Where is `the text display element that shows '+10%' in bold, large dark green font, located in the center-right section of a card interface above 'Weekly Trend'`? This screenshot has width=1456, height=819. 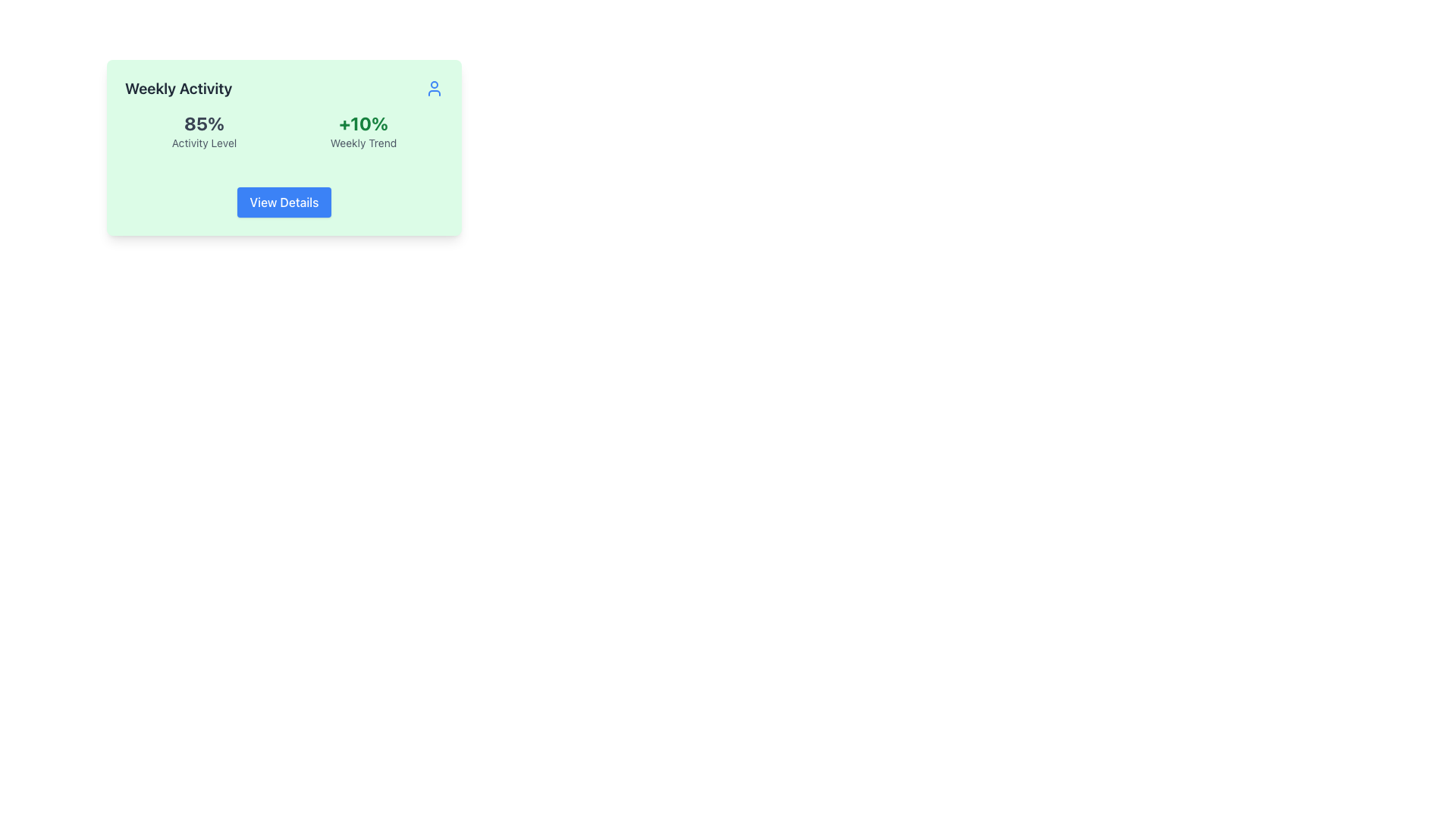 the text display element that shows '+10%' in bold, large dark green font, located in the center-right section of a card interface above 'Weekly Trend' is located at coordinates (362, 122).